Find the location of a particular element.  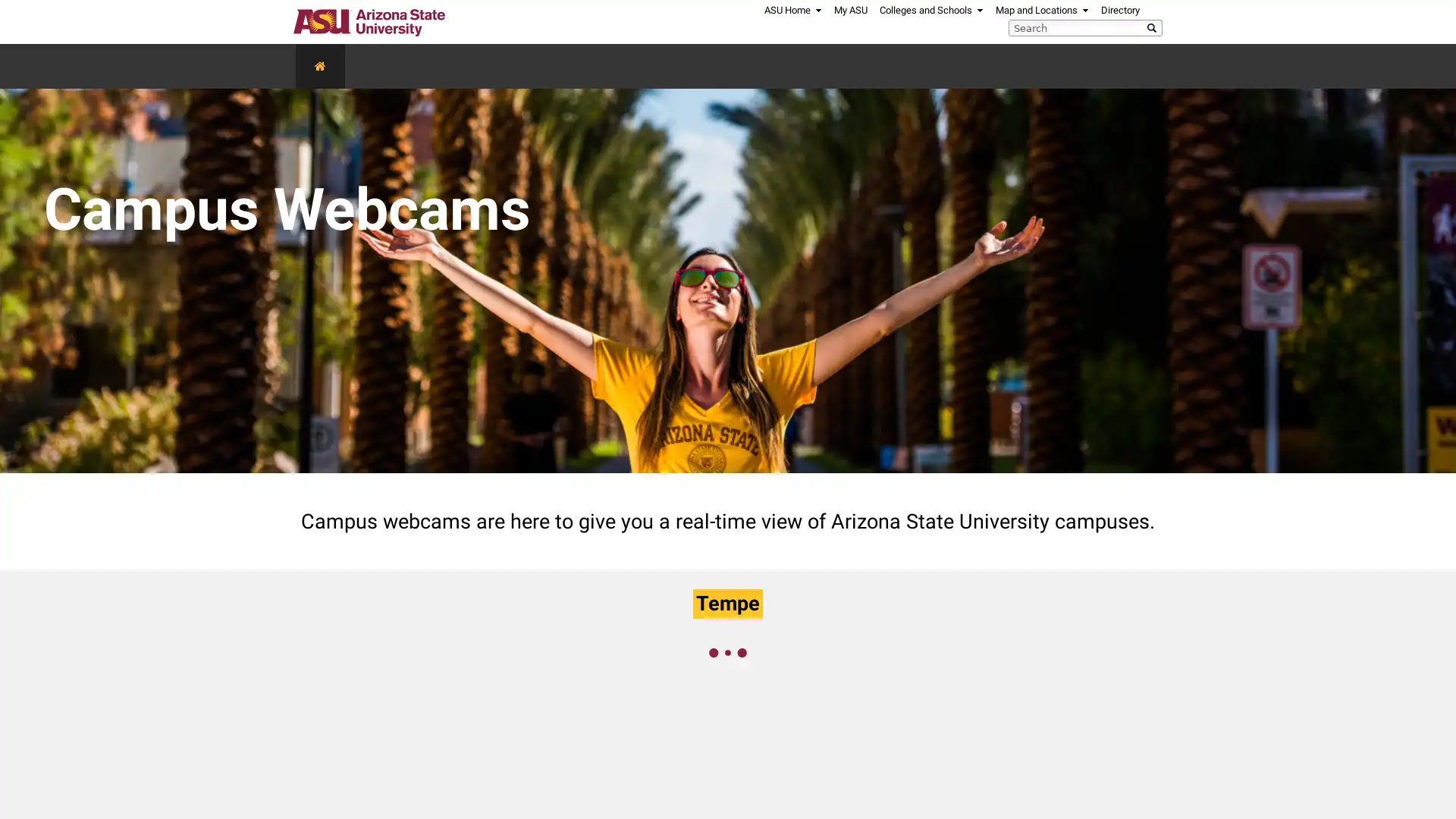

Search is located at coordinates (1153, 27).